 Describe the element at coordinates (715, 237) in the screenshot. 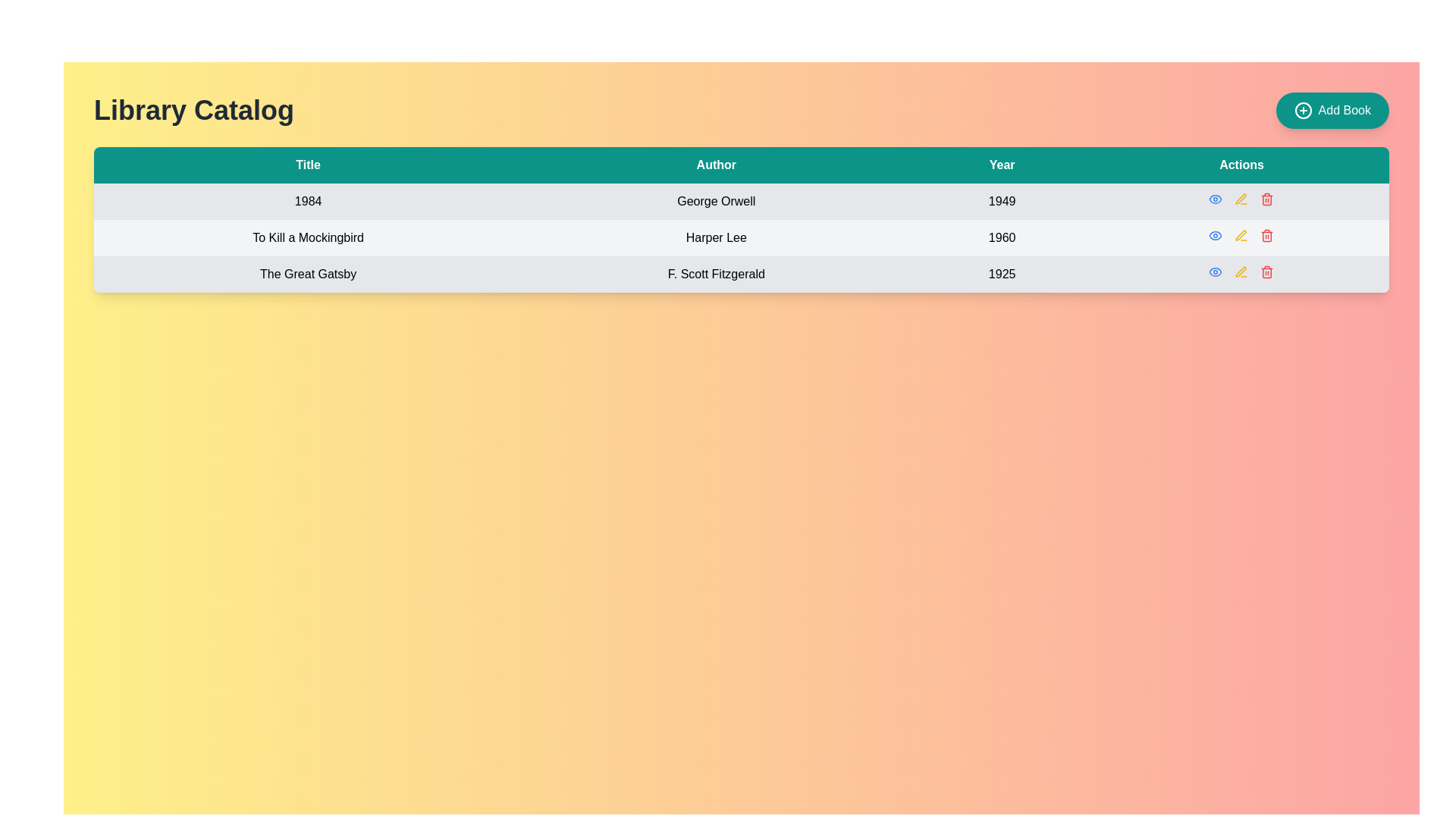

I see `text content of the 'Author' column in the second row, which displays the author's name associated with 'To Kill a Mockingbird'` at that location.